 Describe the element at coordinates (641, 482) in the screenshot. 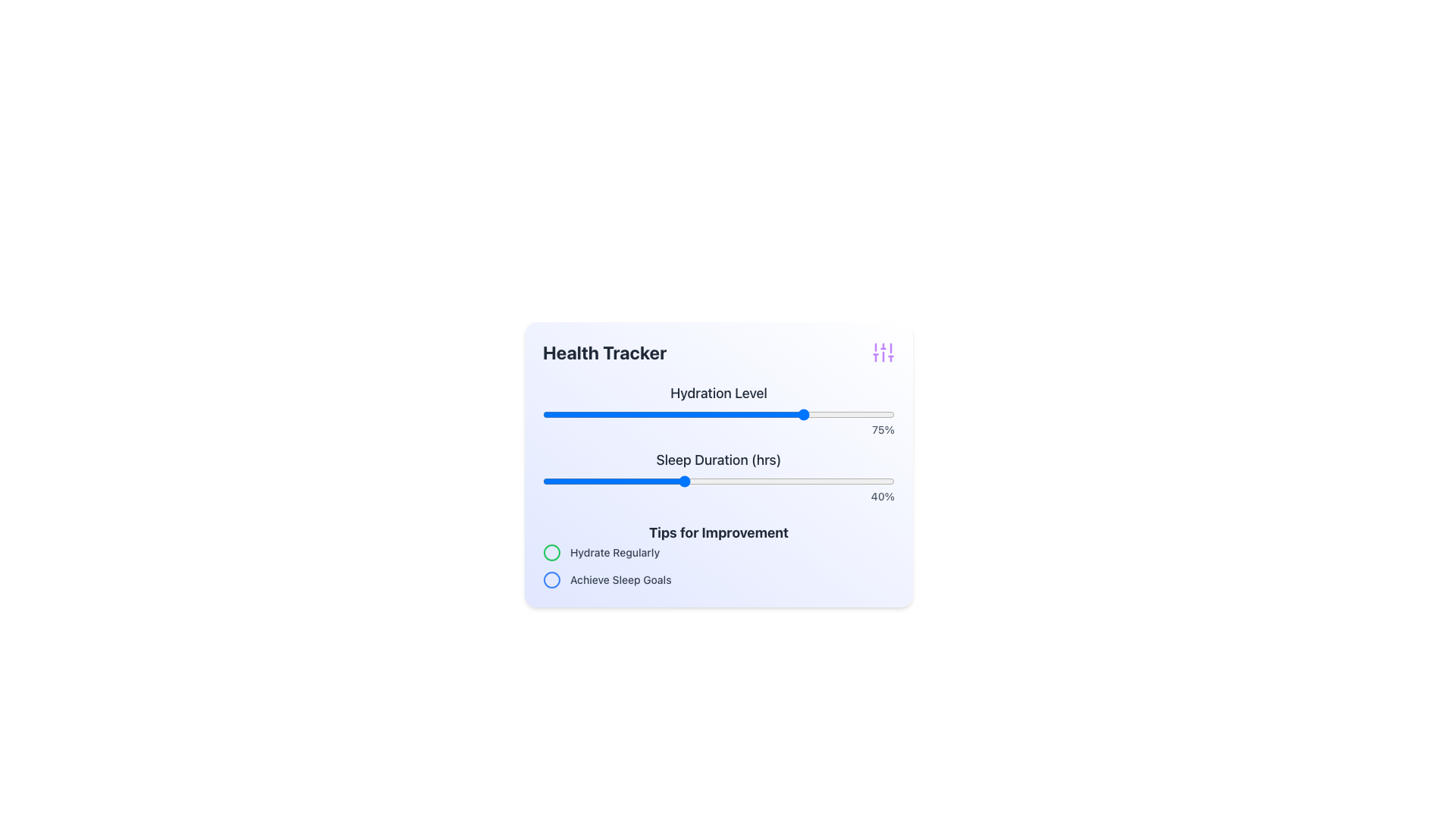

I see `the sleep duration` at that location.